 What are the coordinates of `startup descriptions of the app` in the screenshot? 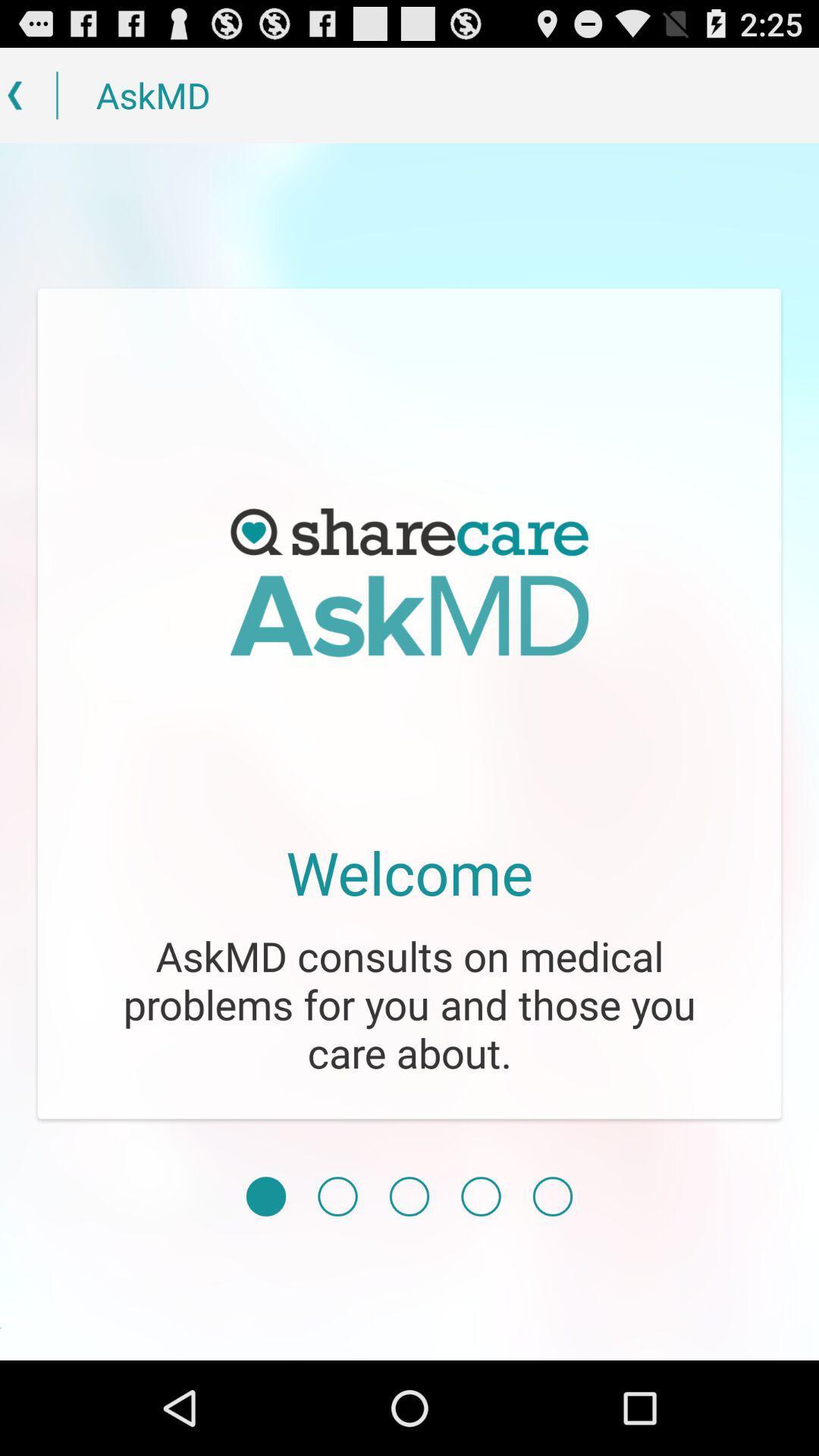 It's located at (481, 1196).